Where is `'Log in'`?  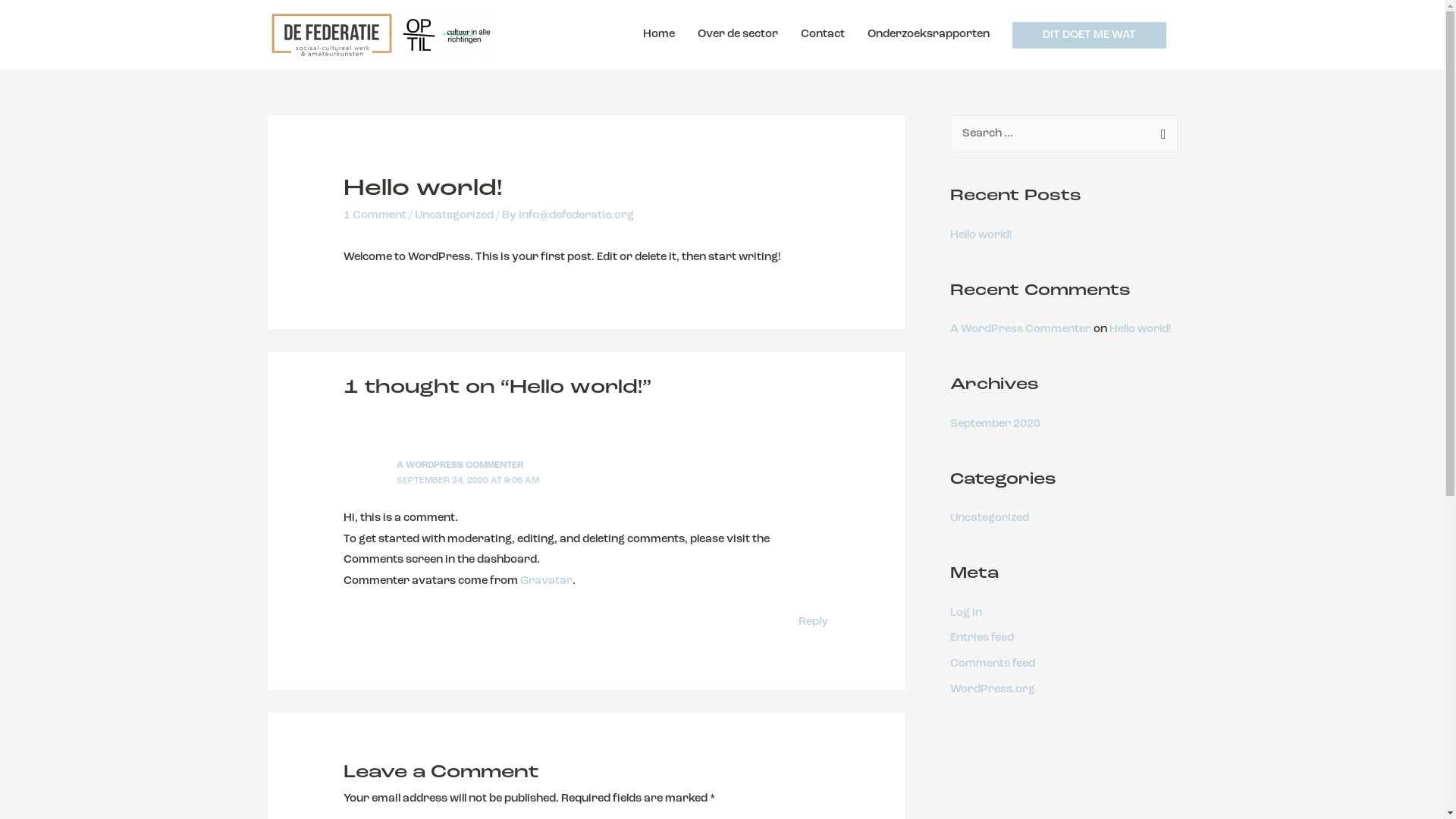 'Log in' is located at coordinates (964, 611).